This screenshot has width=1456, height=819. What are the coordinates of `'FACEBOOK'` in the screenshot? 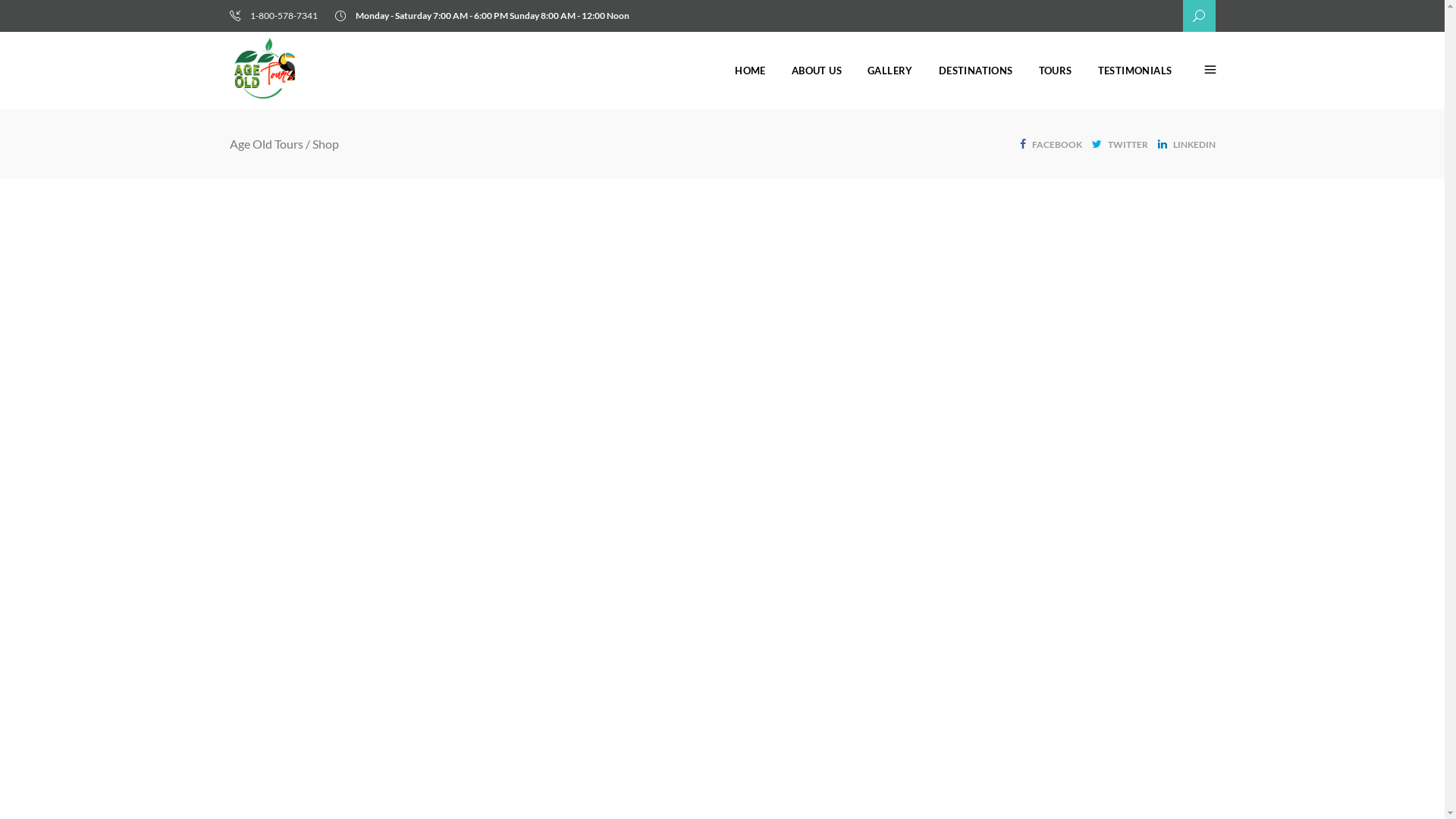 It's located at (1050, 143).